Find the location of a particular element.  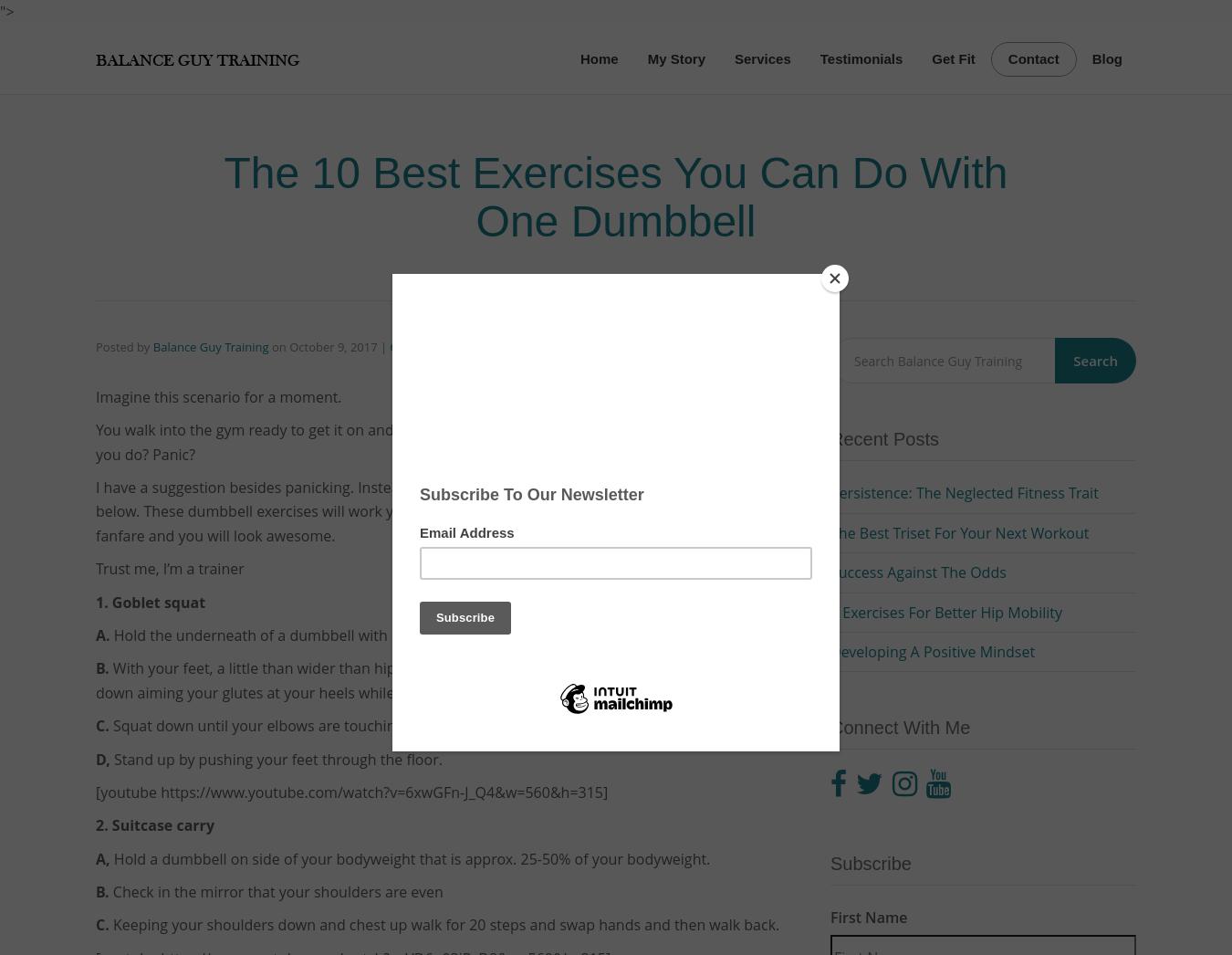

'A,' is located at coordinates (104, 858).